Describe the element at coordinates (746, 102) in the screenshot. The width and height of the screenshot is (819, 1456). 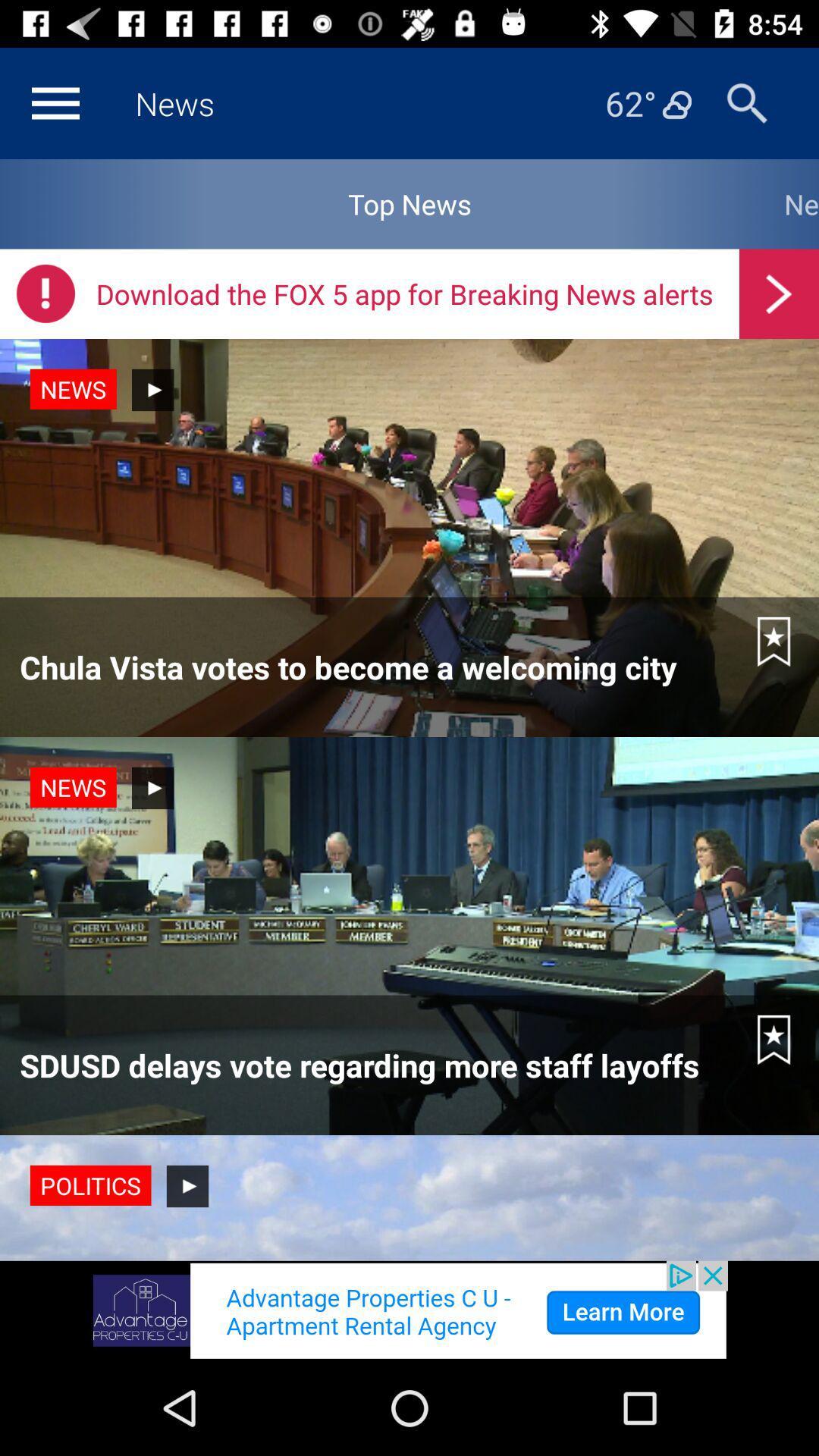
I see `search` at that location.